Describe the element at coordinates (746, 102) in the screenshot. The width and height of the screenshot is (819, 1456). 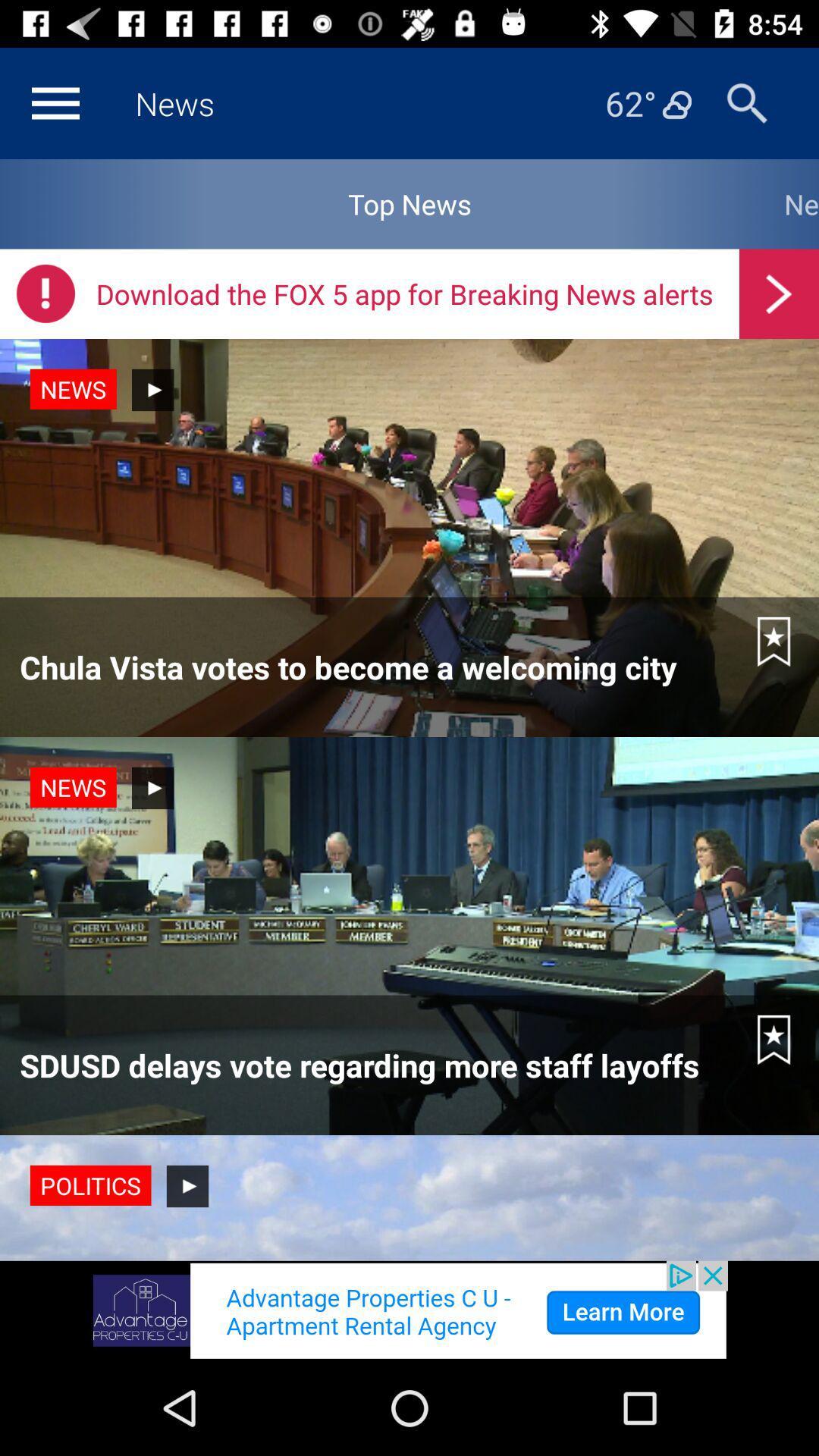
I see `search` at that location.